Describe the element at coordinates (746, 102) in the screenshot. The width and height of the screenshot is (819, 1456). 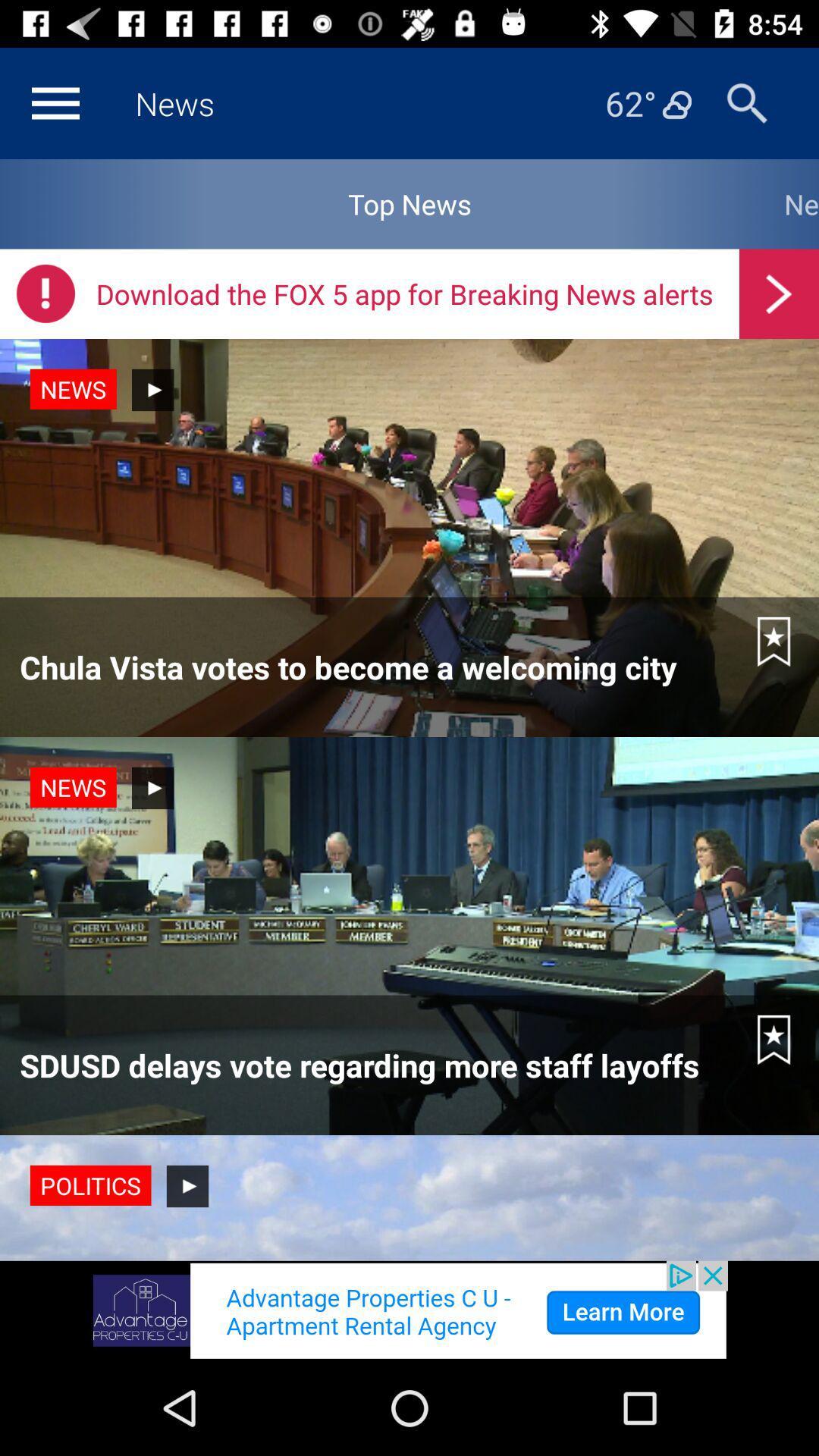
I see `search` at that location.